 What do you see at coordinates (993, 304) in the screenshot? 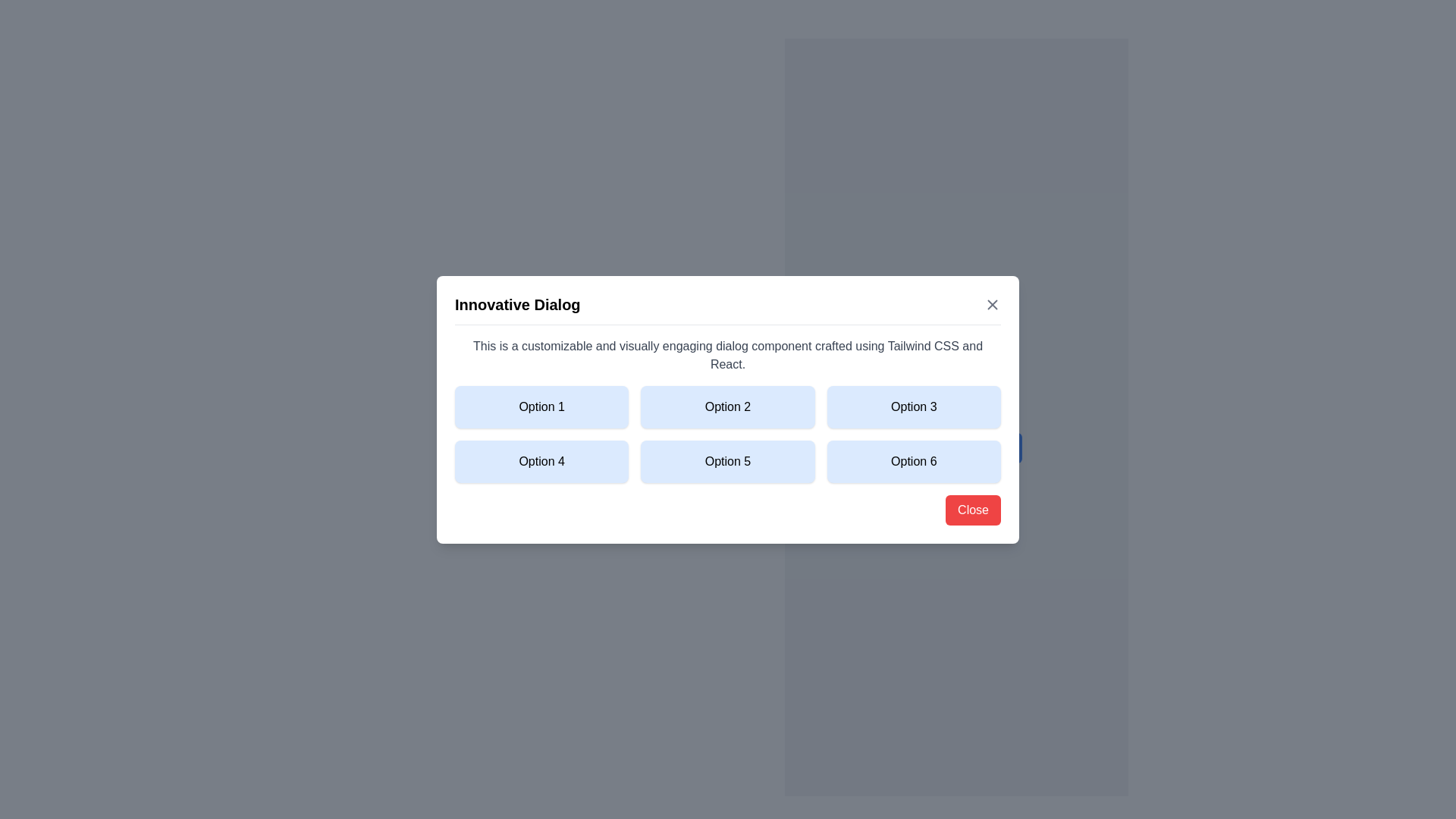
I see `the 'X' button in the top-right corner of the dialog to close it` at bounding box center [993, 304].